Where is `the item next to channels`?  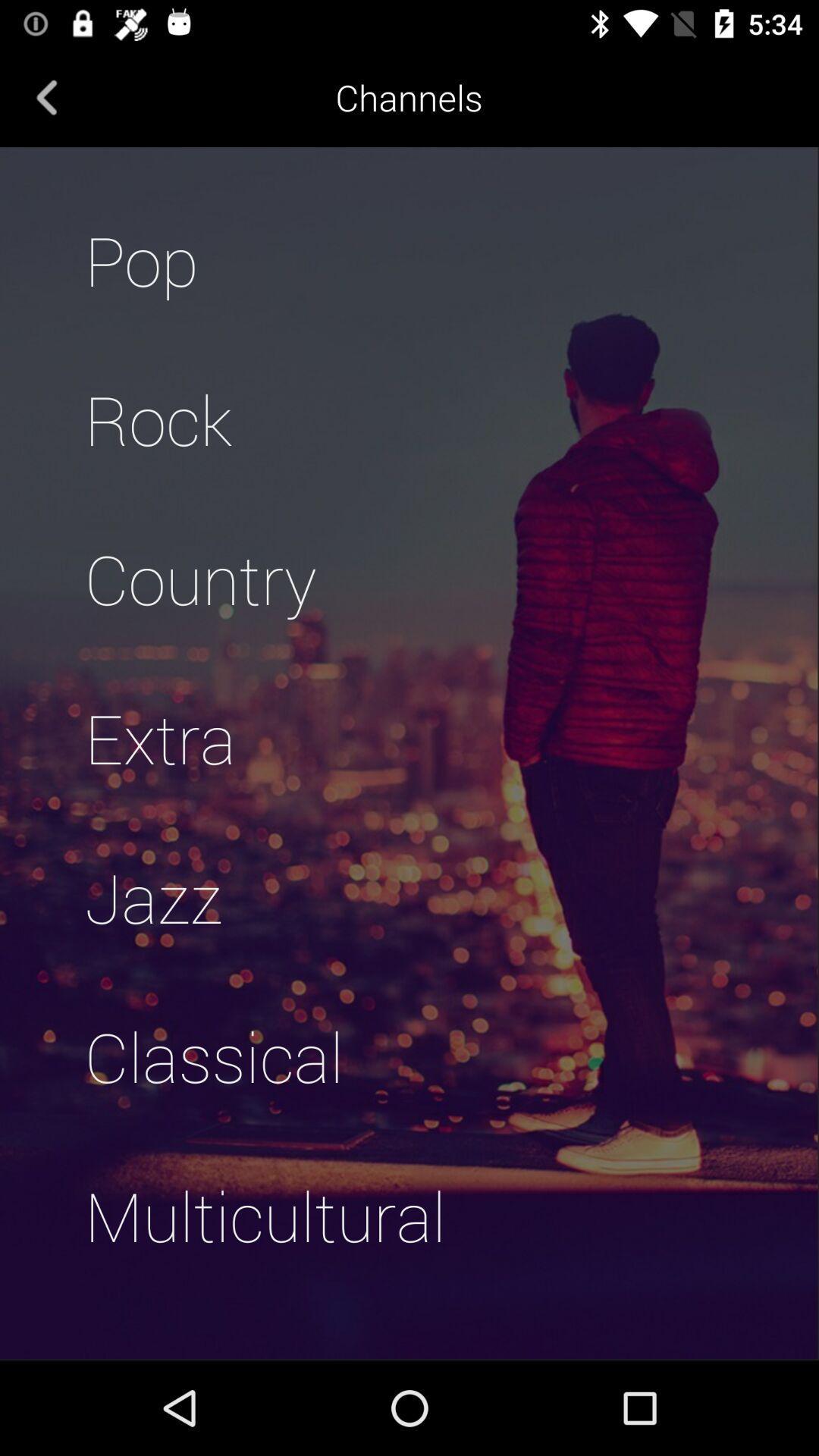 the item next to channels is located at coordinates (46, 96).